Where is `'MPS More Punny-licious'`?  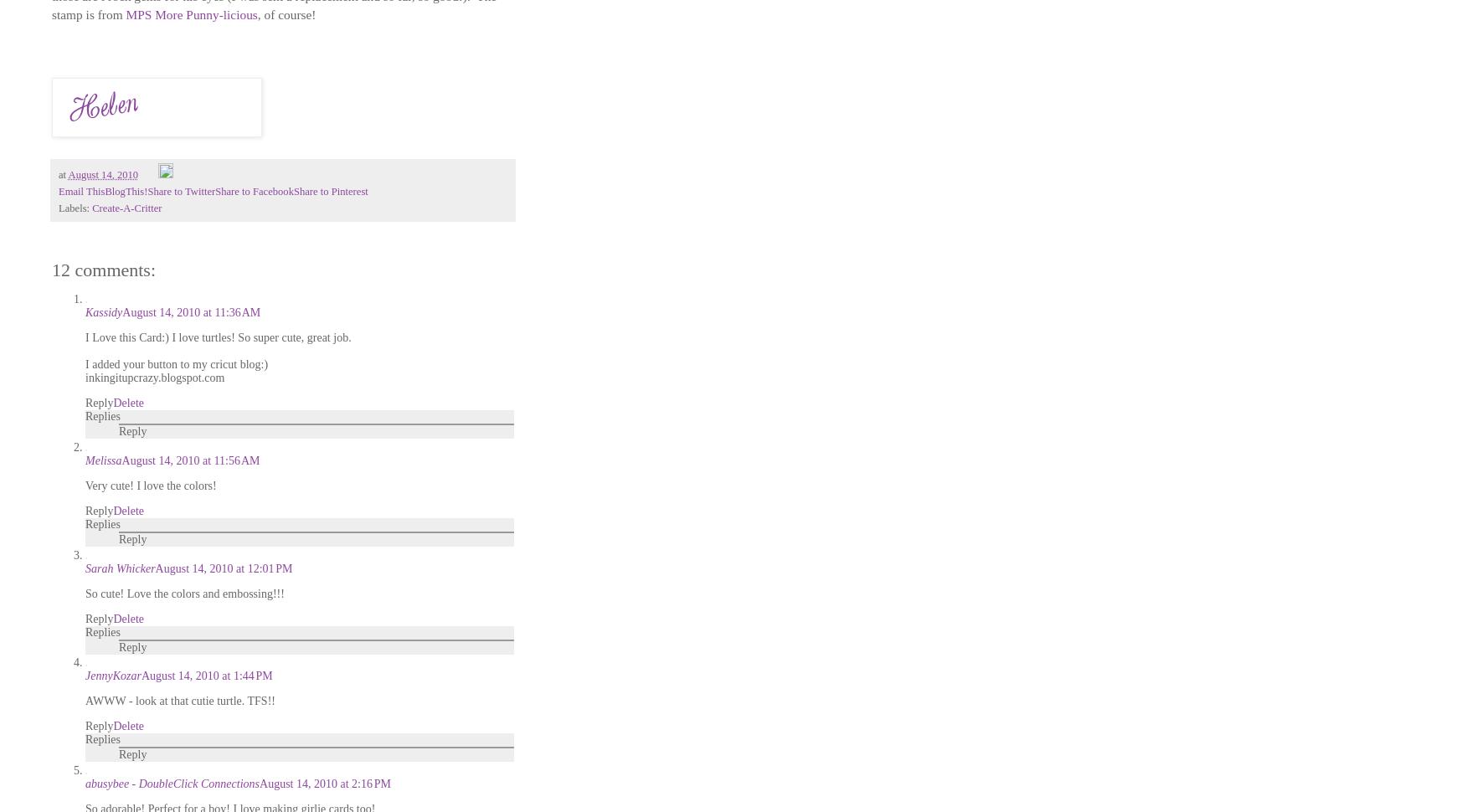
'MPS More Punny-licious' is located at coordinates (191, 13).